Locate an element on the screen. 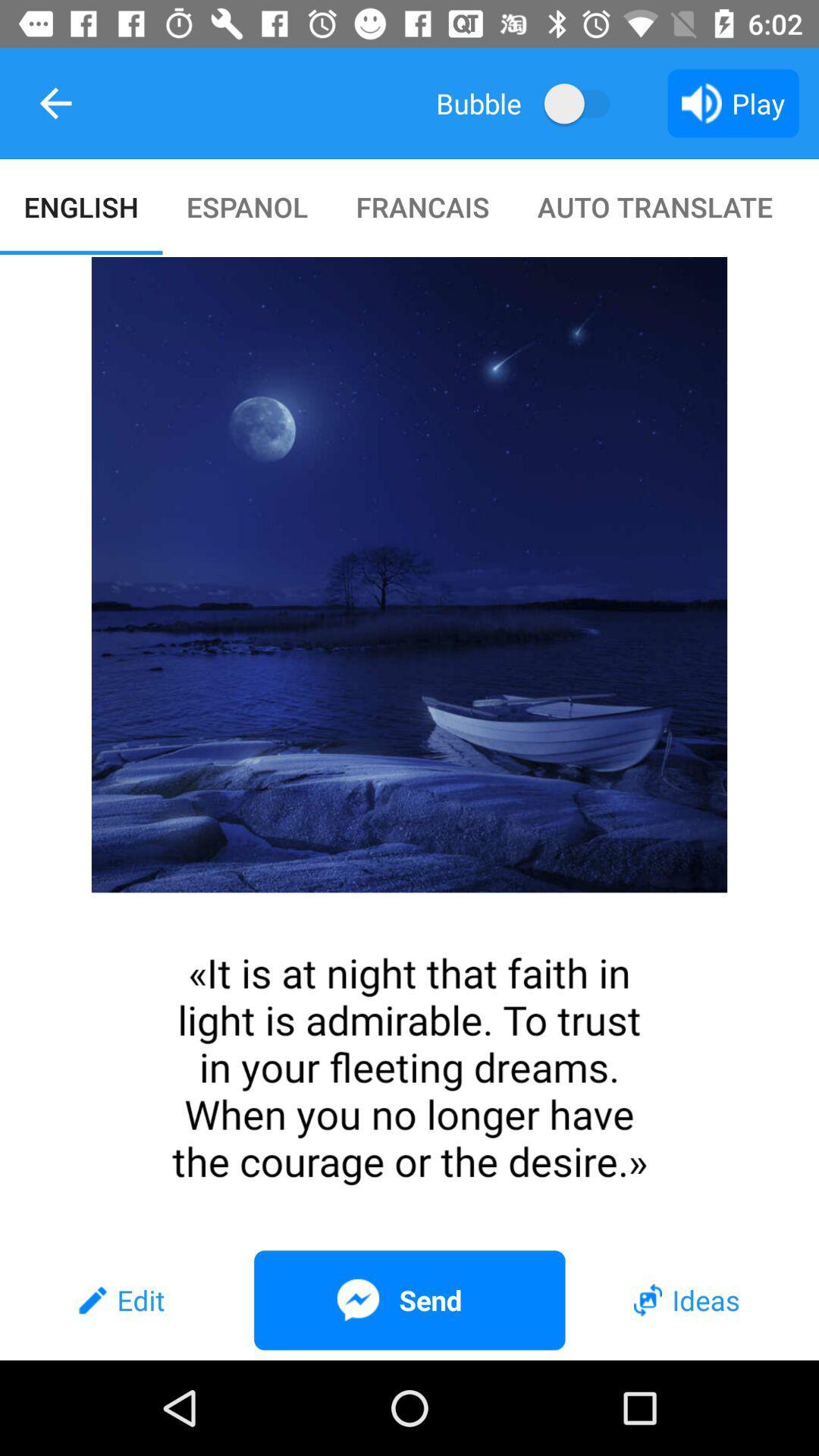 This screenshot has width=819, height=1456. the item to the left of bubble icon is located at coordinates (55, 102).